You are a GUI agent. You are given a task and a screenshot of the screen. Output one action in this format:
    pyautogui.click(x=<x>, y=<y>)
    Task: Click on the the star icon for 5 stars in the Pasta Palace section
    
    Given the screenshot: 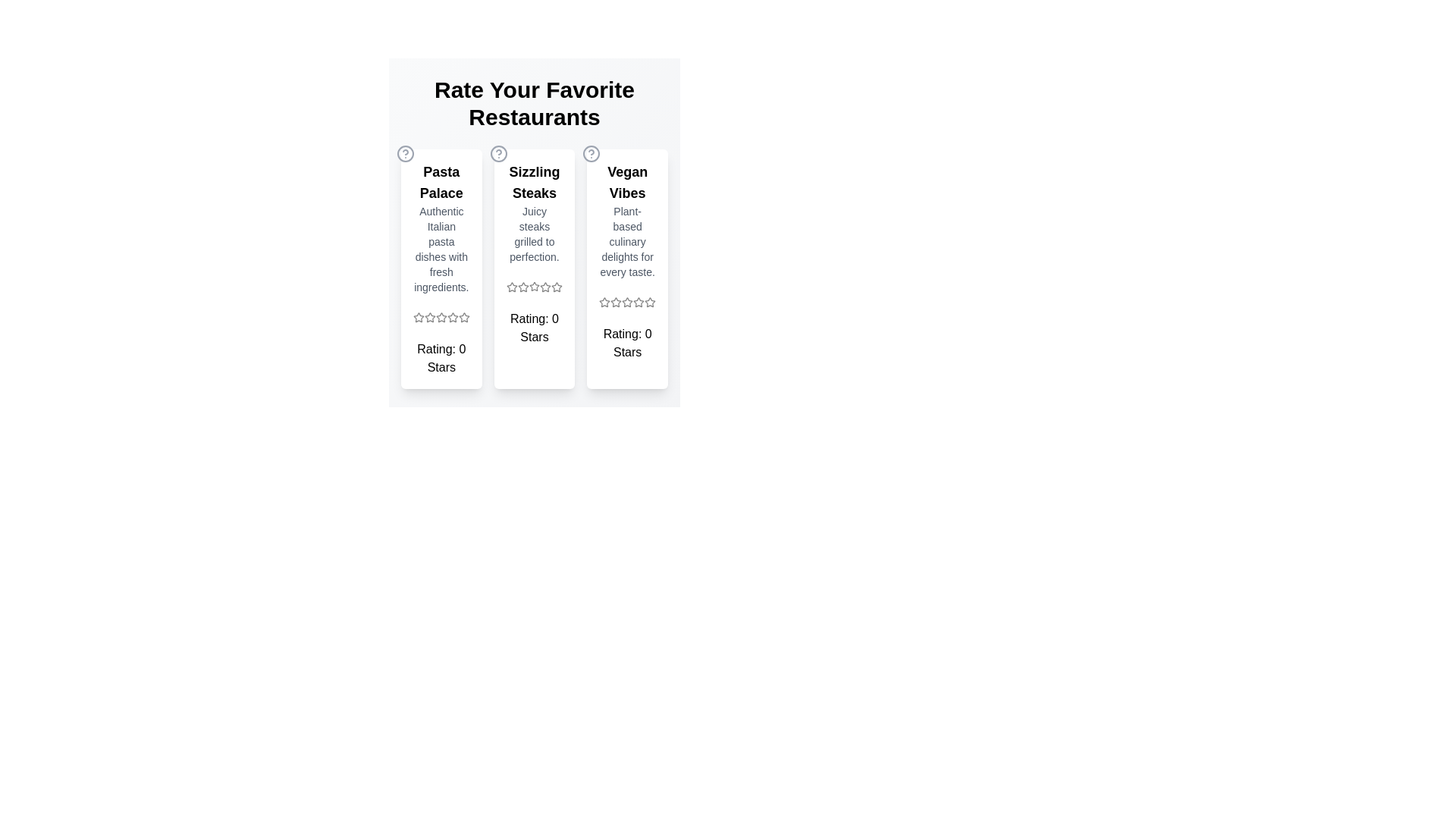 What is the action you would take?
    pyautogui.click(x=463, y=317)
    